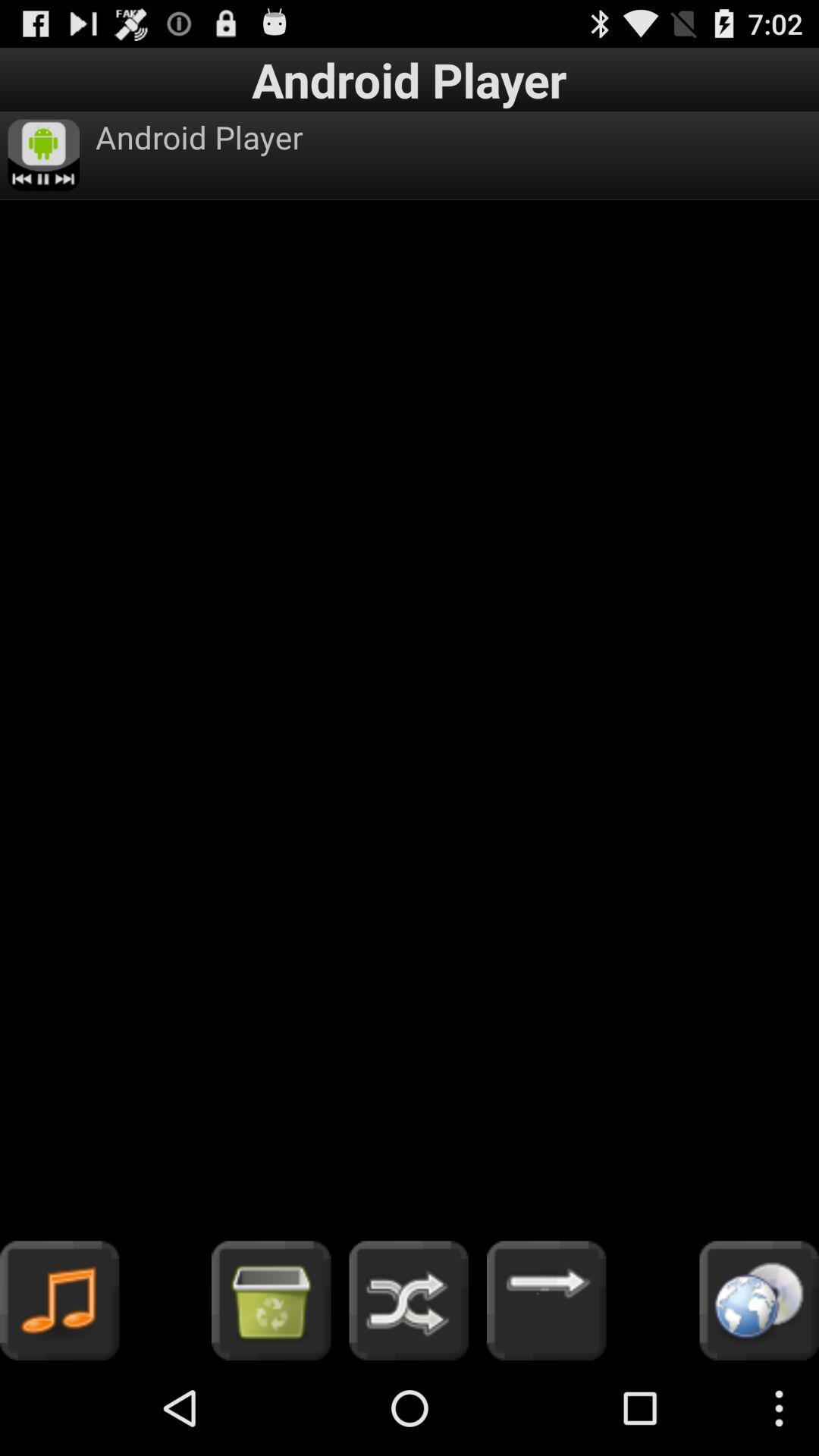 Image resolution: width=819 pixels, height=1456 pixels. I want to click on the music icon, so click(58, 1392).